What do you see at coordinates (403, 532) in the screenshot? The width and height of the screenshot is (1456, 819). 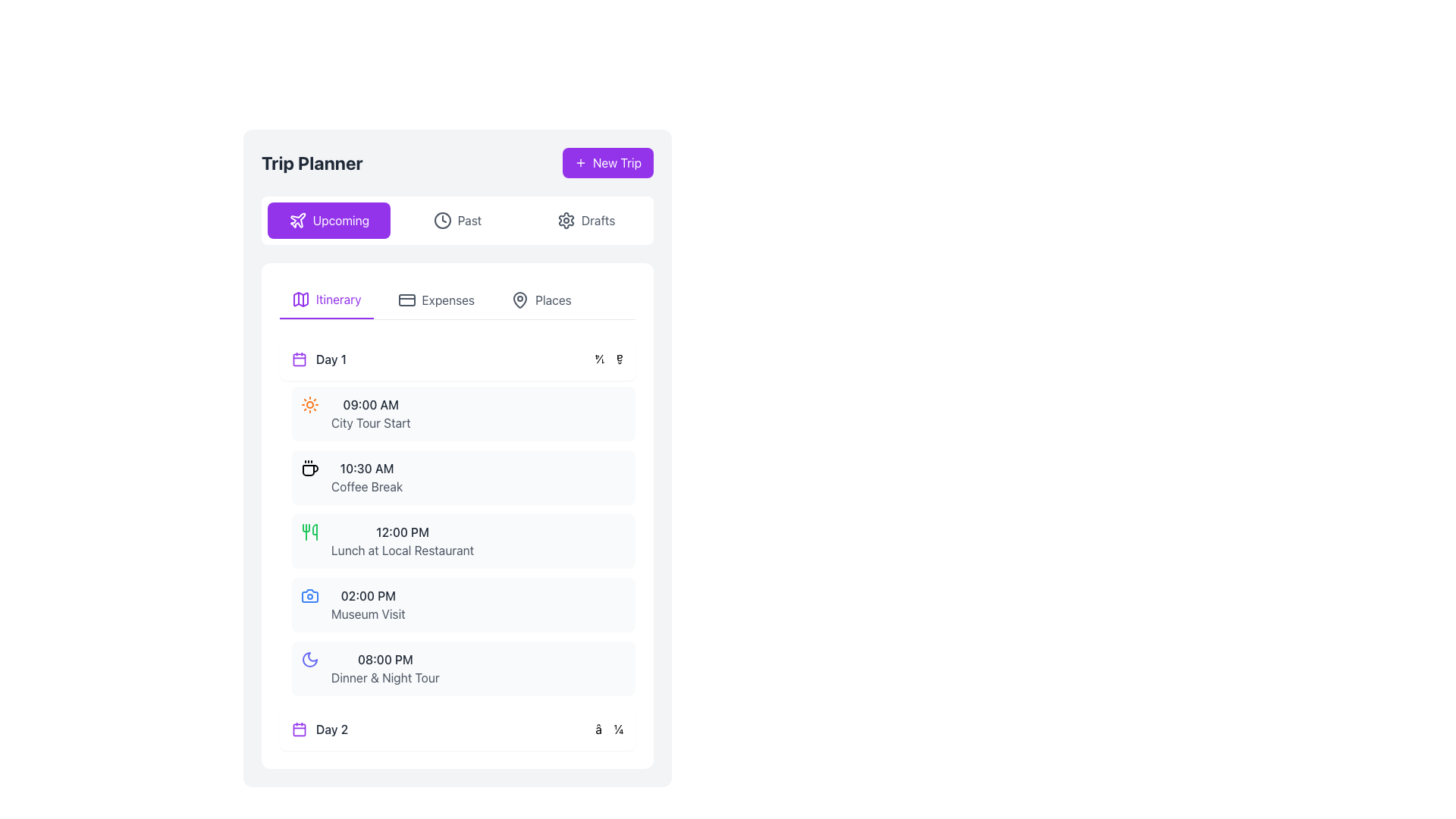 I see `the static text display indicating the time for 'Lunch at Local Restaurant' in the Day 1 section of the trip planner interface` at bounding box center [403, 532].